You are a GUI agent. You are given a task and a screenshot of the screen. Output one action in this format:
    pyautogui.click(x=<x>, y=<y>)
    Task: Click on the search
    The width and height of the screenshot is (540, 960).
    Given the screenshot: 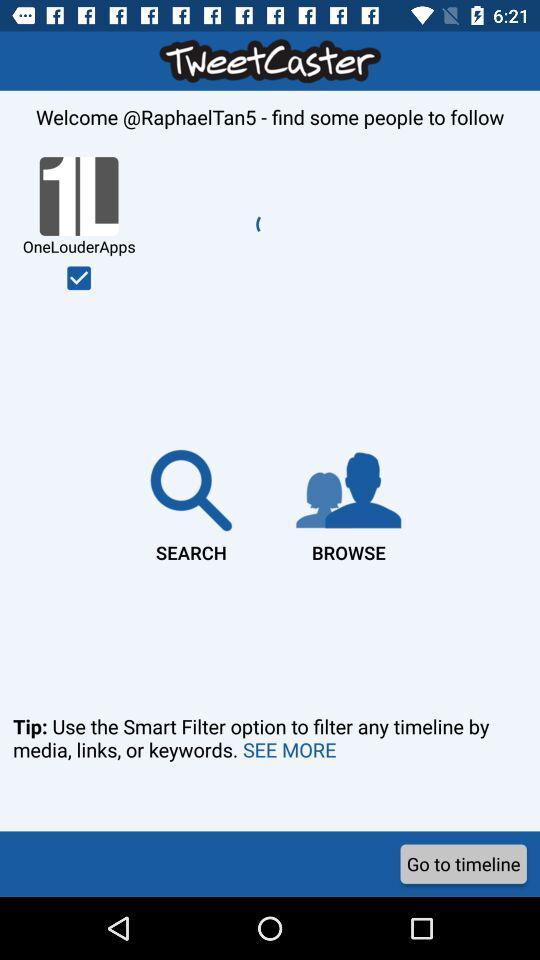 What is the action you would take?
    pyautogui.click(x=191, y=501)
    